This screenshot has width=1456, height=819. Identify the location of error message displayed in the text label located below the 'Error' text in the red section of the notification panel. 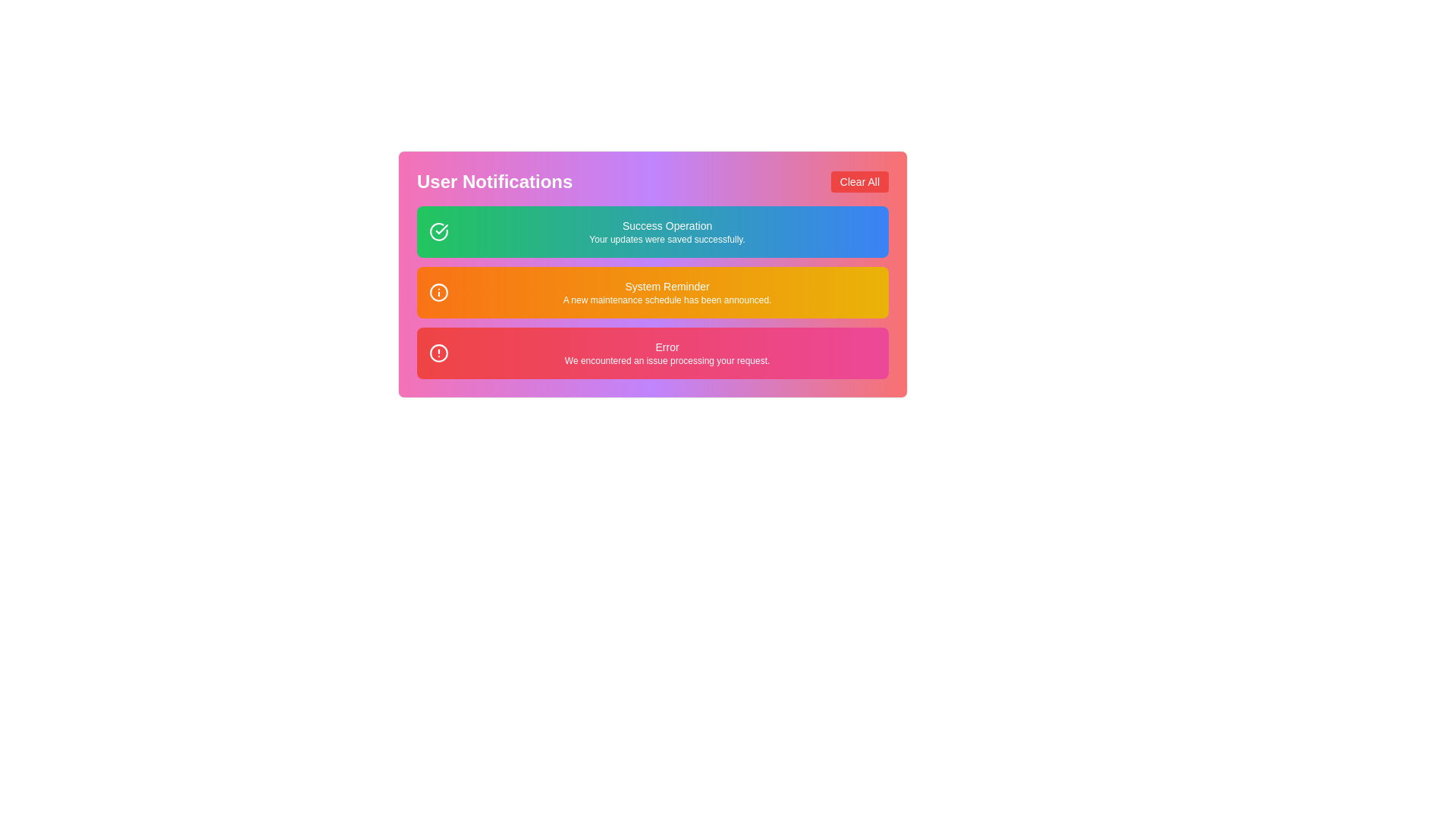
(667, 360).